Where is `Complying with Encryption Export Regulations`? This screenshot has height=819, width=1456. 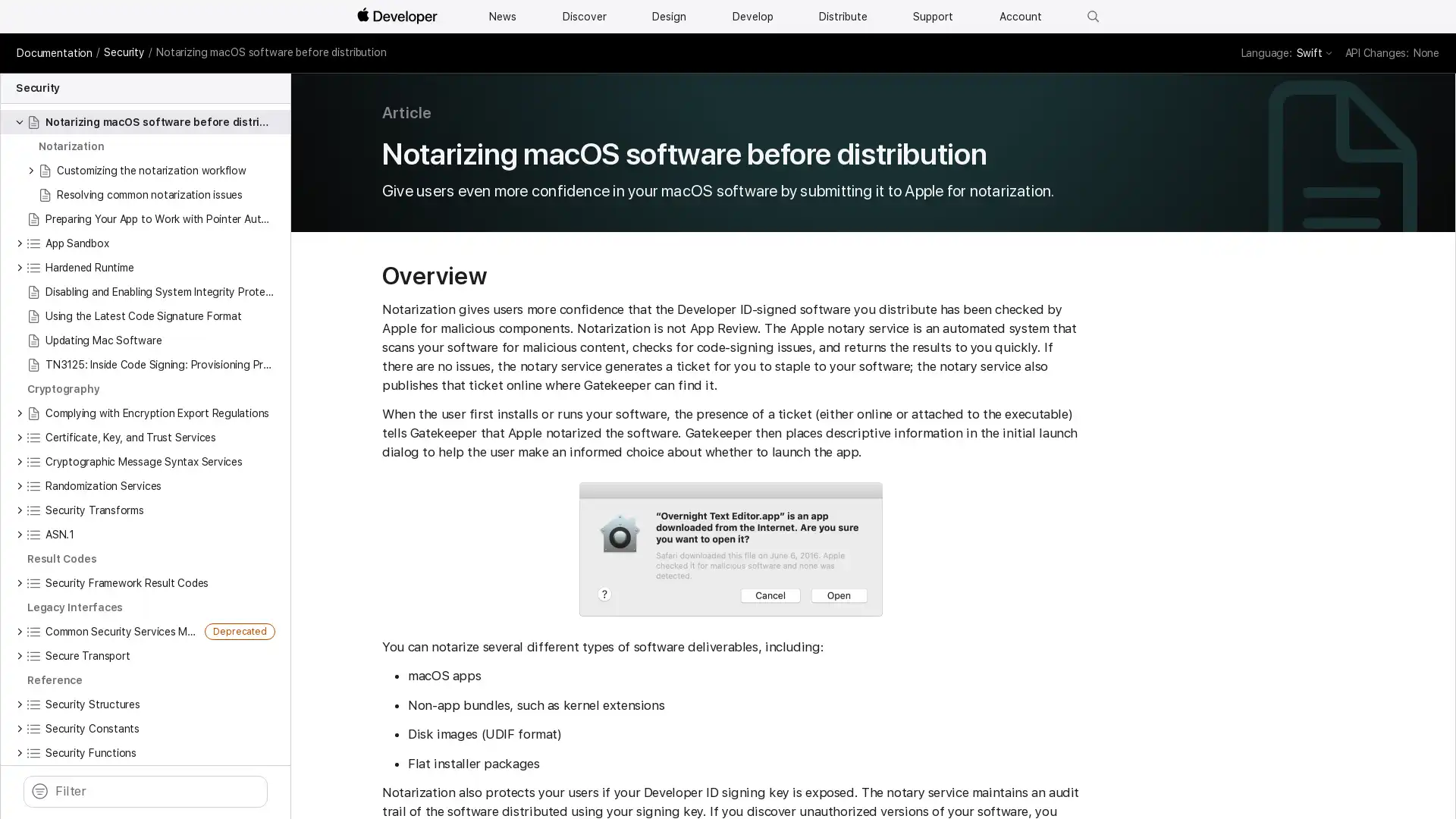
Complying with Encryption Export Regulations is located at coordinates (17, 422).